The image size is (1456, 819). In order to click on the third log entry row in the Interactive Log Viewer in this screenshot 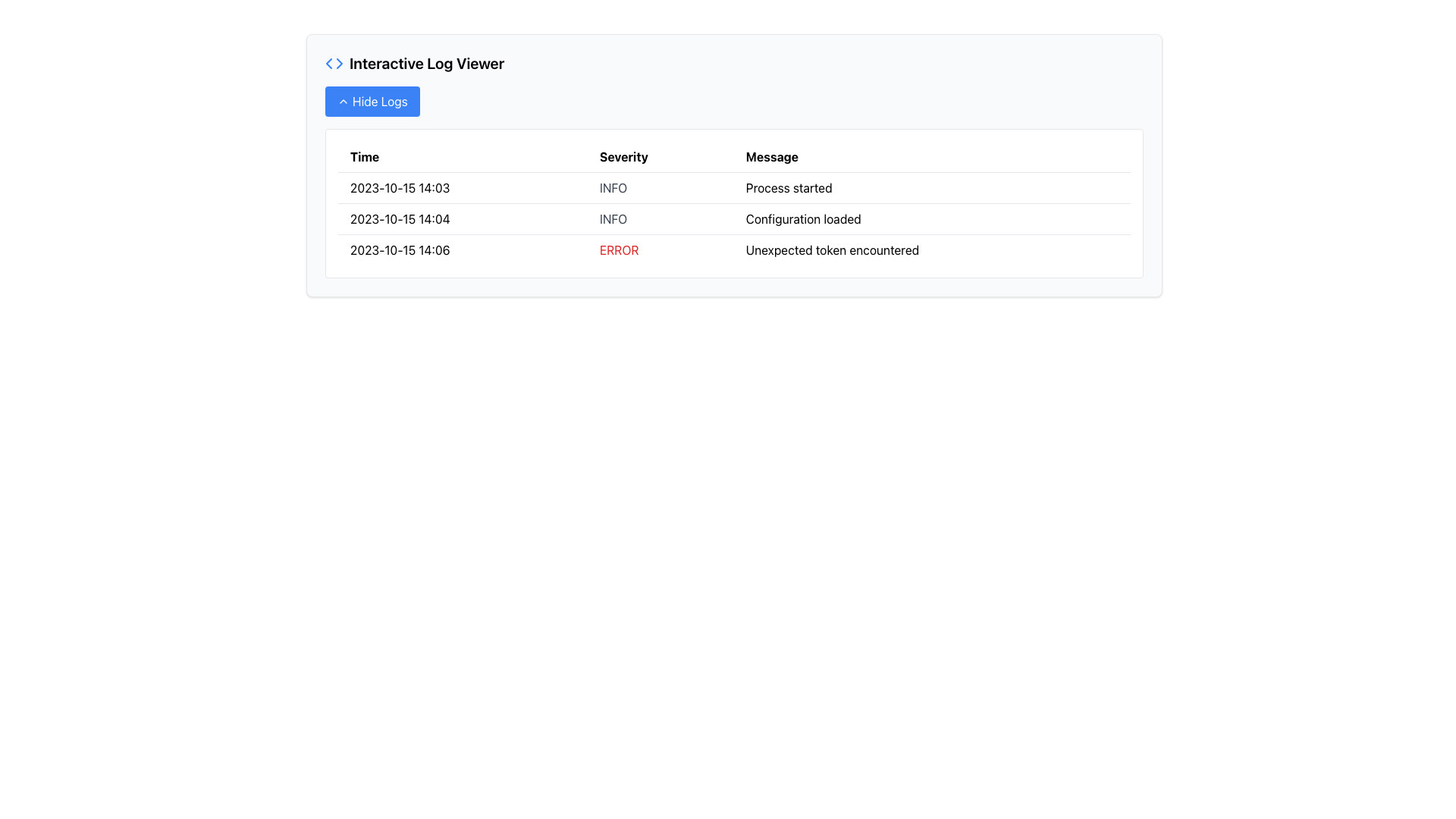, I will do `click(734, 249)`.